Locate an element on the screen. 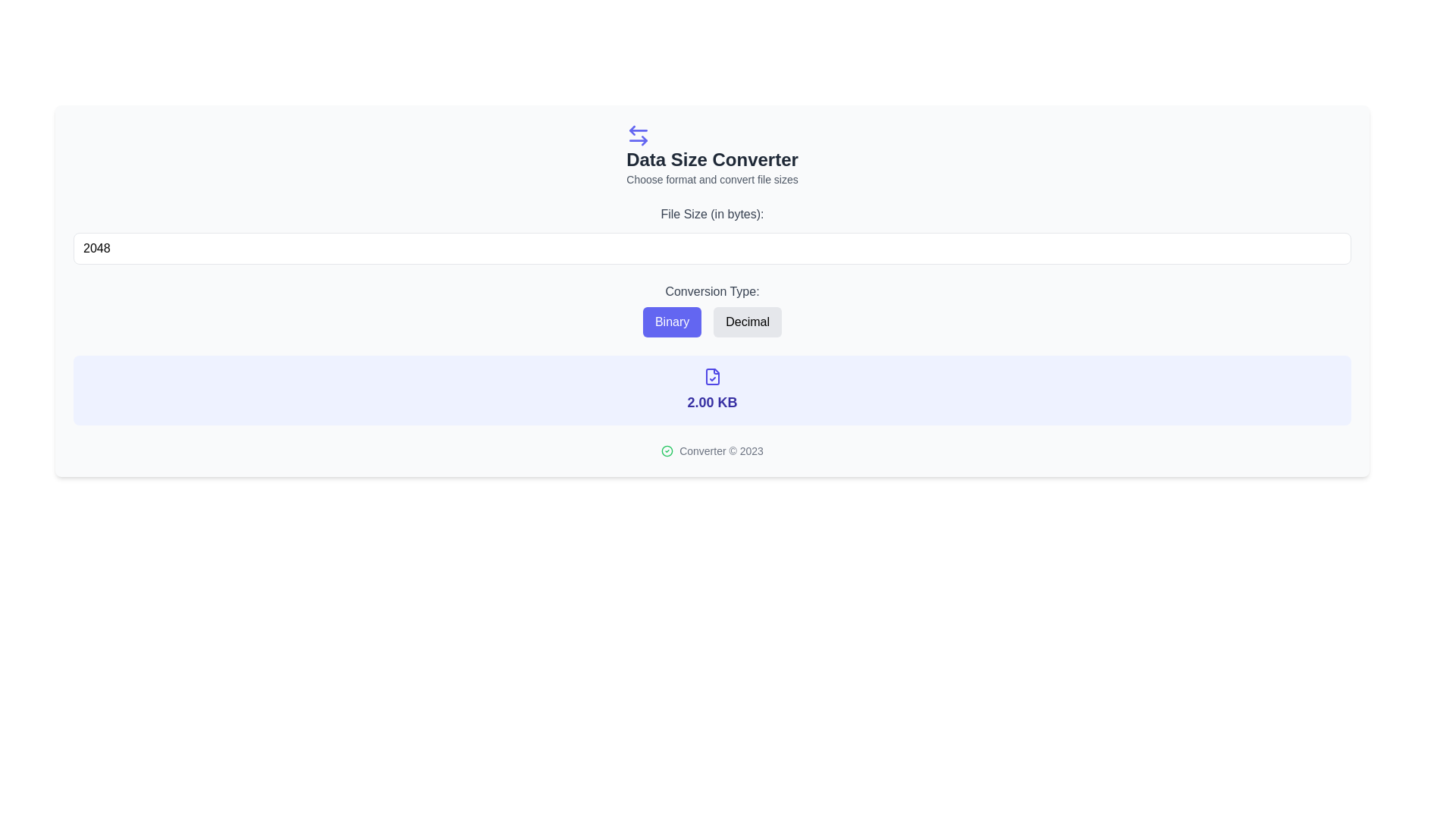  the validation icon located at the top center of the card that indicates successful processing of a file is located at coordinates (711, 376).